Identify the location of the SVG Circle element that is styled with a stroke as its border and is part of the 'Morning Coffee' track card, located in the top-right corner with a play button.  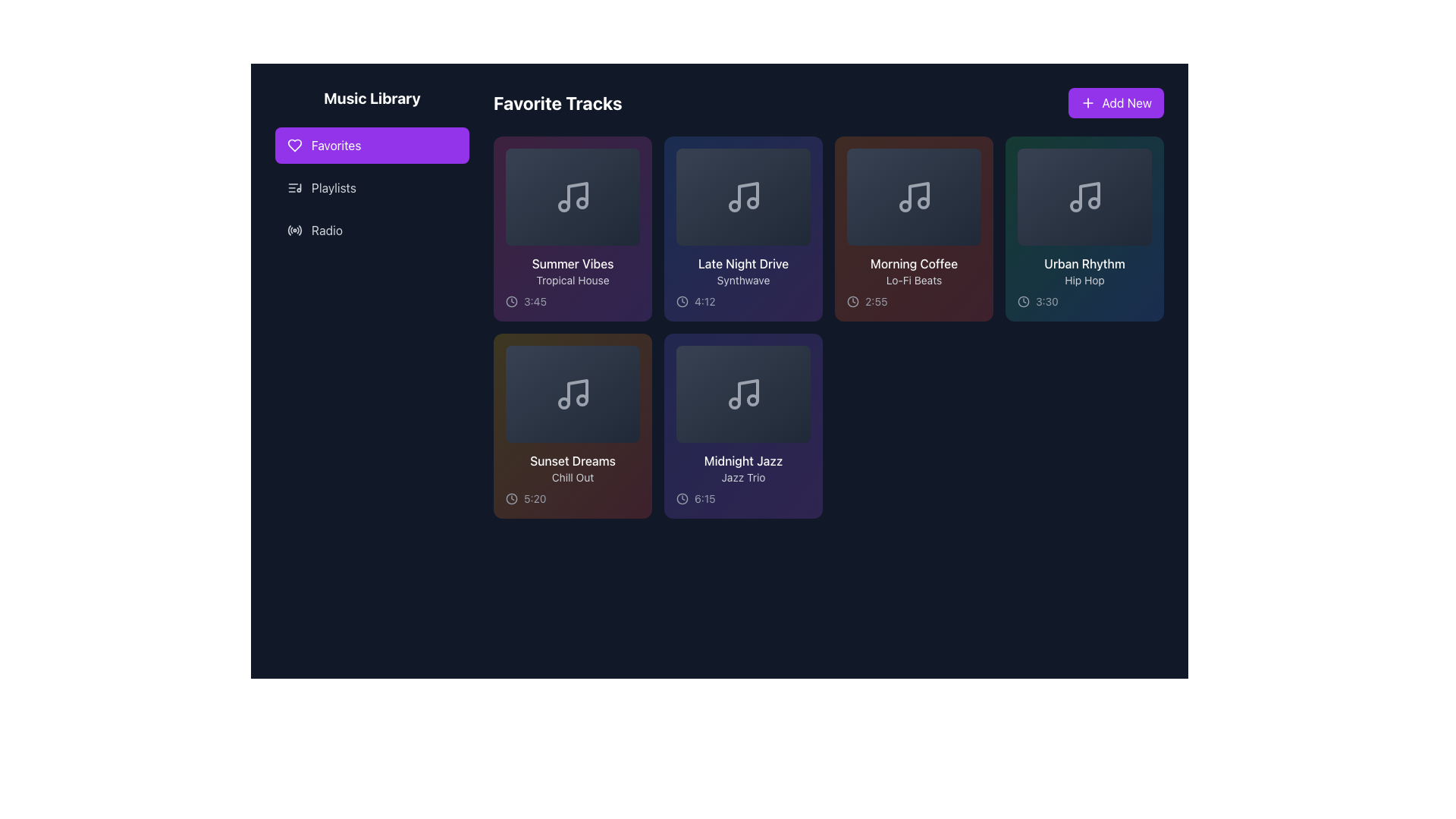
(971, 158).